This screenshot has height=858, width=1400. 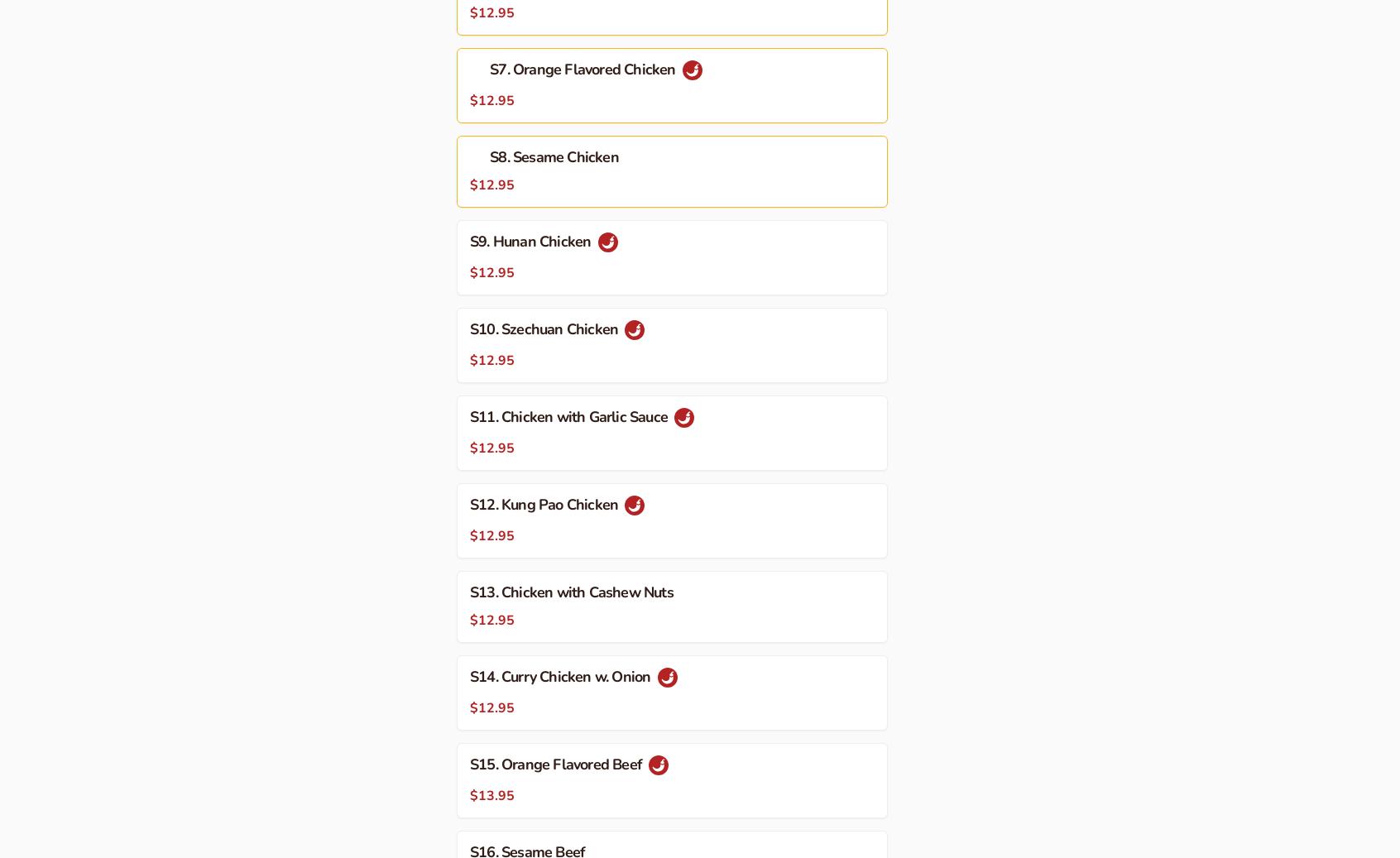 I want to click on '$13.95', so click(x=469, y=794).